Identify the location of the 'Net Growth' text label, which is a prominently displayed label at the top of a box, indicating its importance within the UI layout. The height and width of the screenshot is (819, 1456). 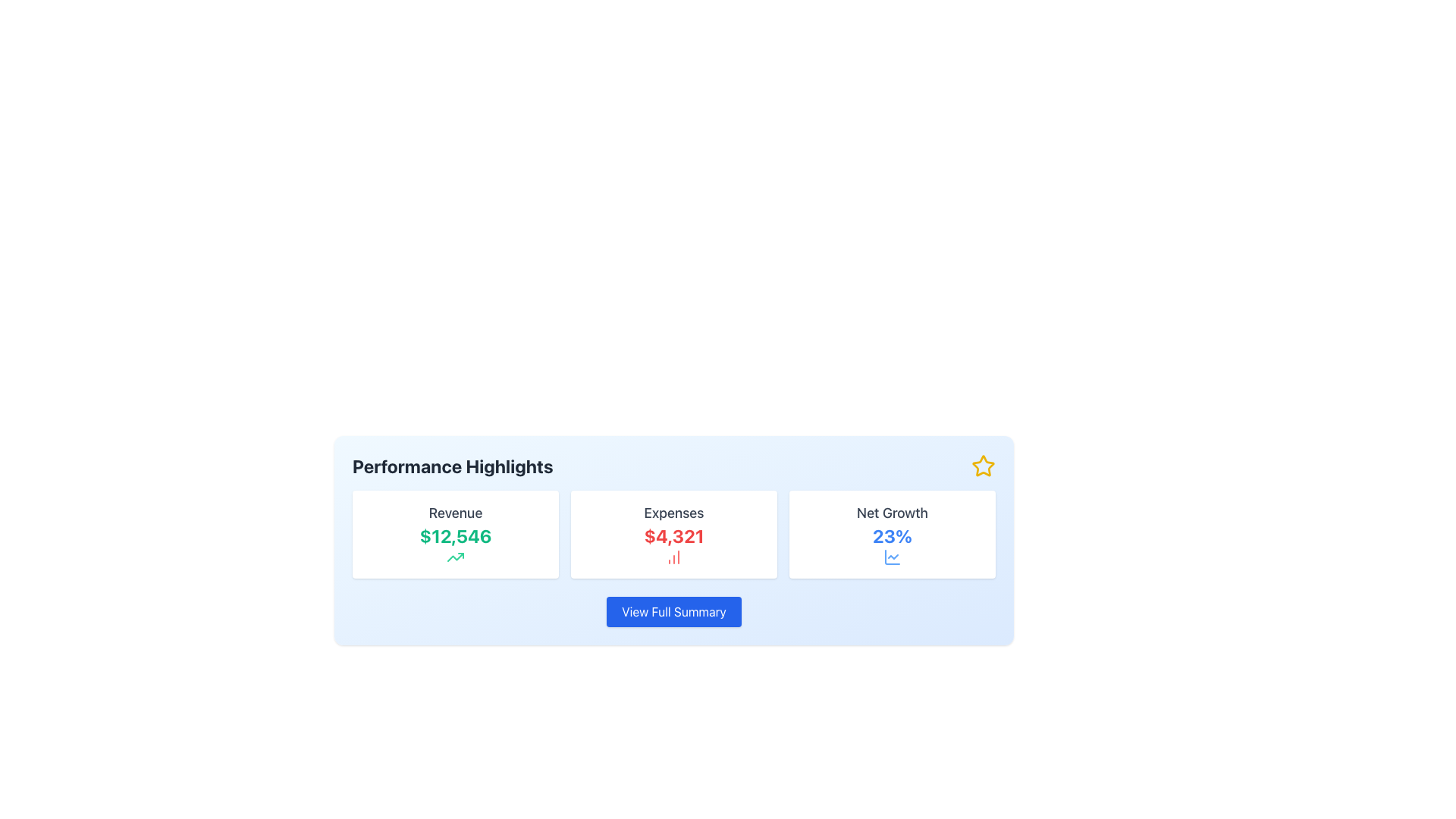
(892, 513).